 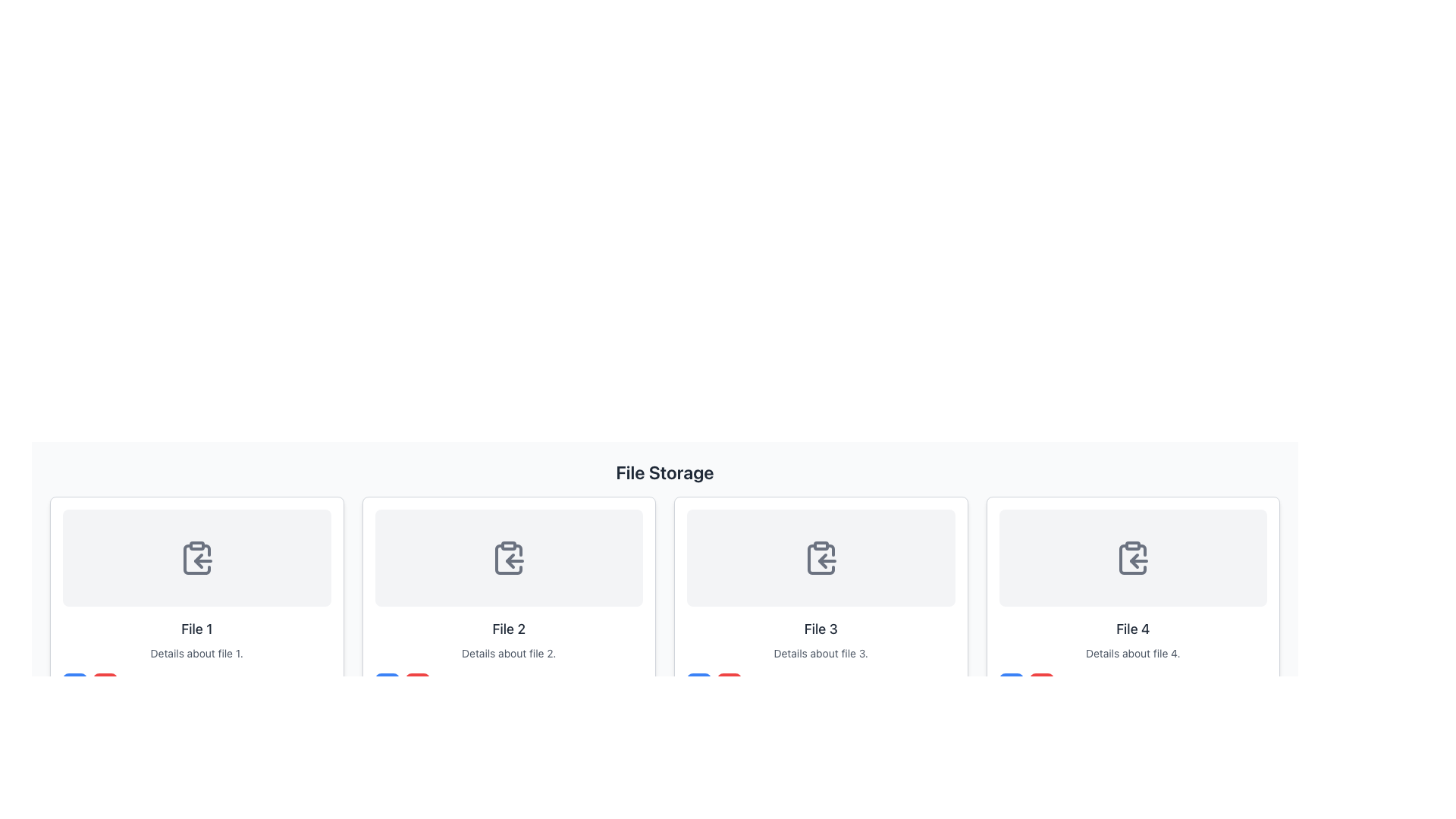 What do you see at coordinates (509, 559) in the screenshot?
I see `the clipboard icon with an inward-pointing arrow located in the second column of the 'File Storage' grid to initiate its related functionality` at bounding box center [509, 559].